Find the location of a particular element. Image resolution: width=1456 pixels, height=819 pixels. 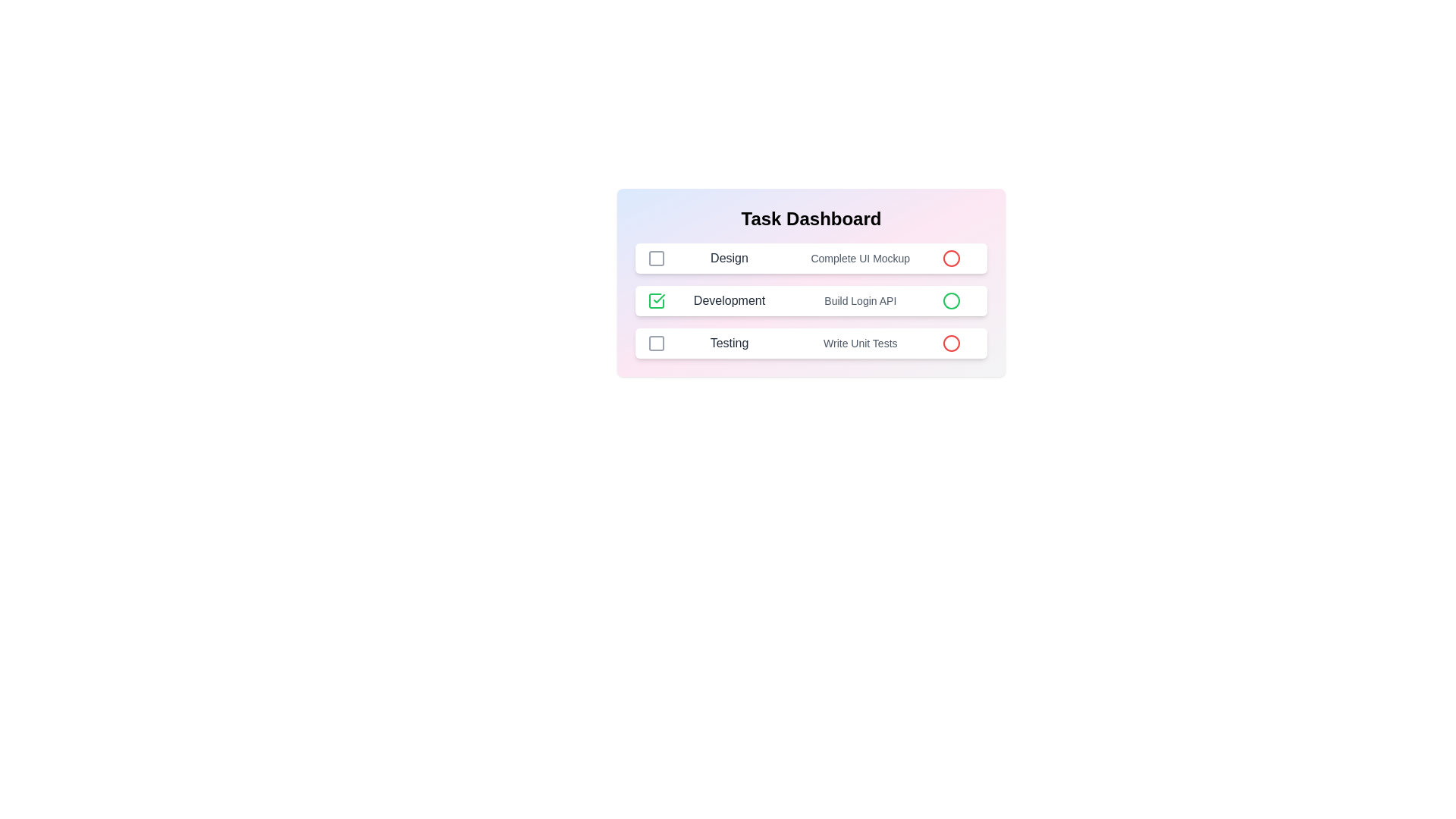

the completion icon for the task 'Testing' is located at coordinates (656, 343).